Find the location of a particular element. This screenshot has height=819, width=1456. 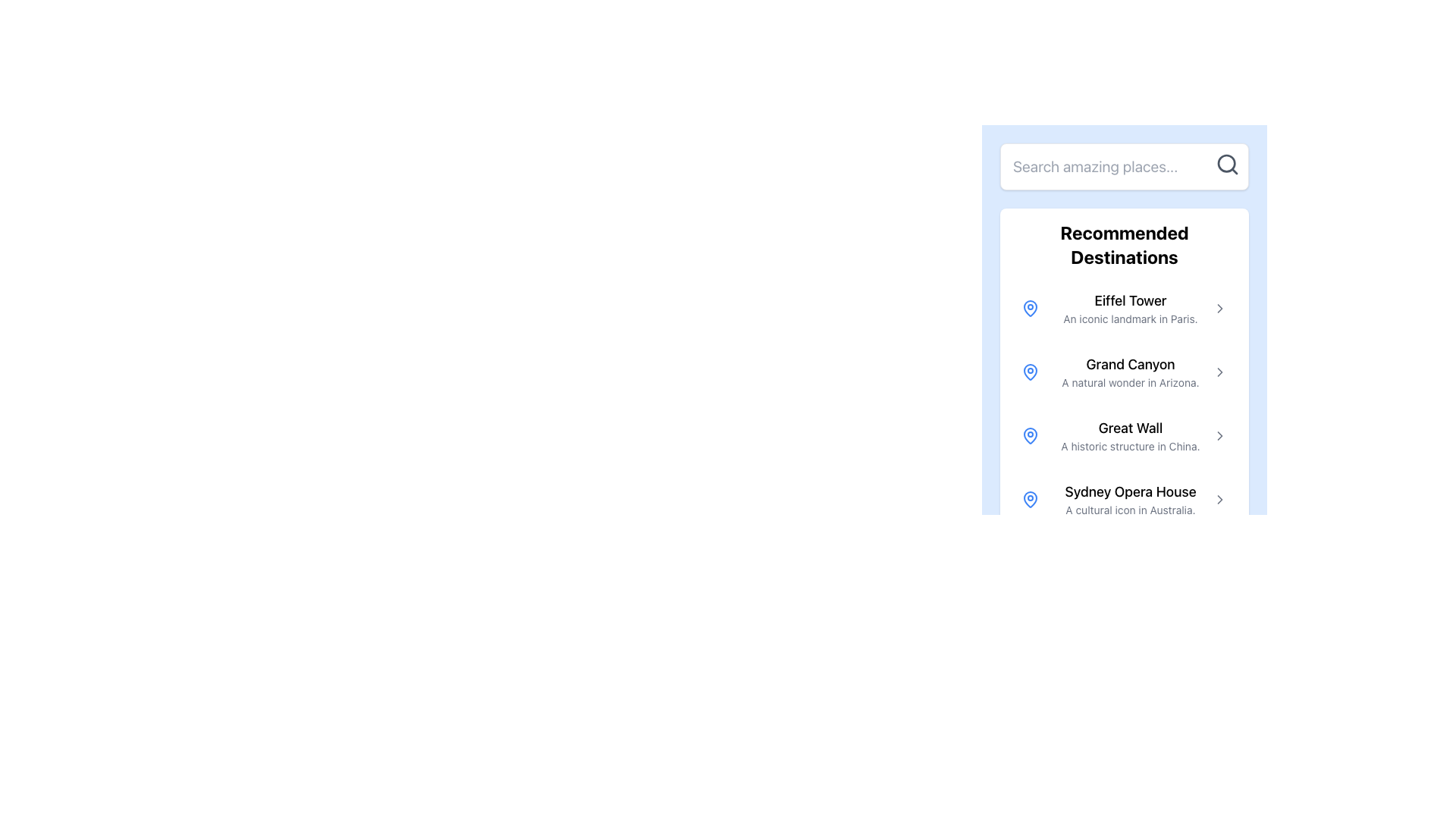

the Text Label providing supplementary information about the 'Eiffel Tower' destination, located below the title 'Eiffel Tower' and to the left of the entry's icon is located at coordinates (1131, 318).